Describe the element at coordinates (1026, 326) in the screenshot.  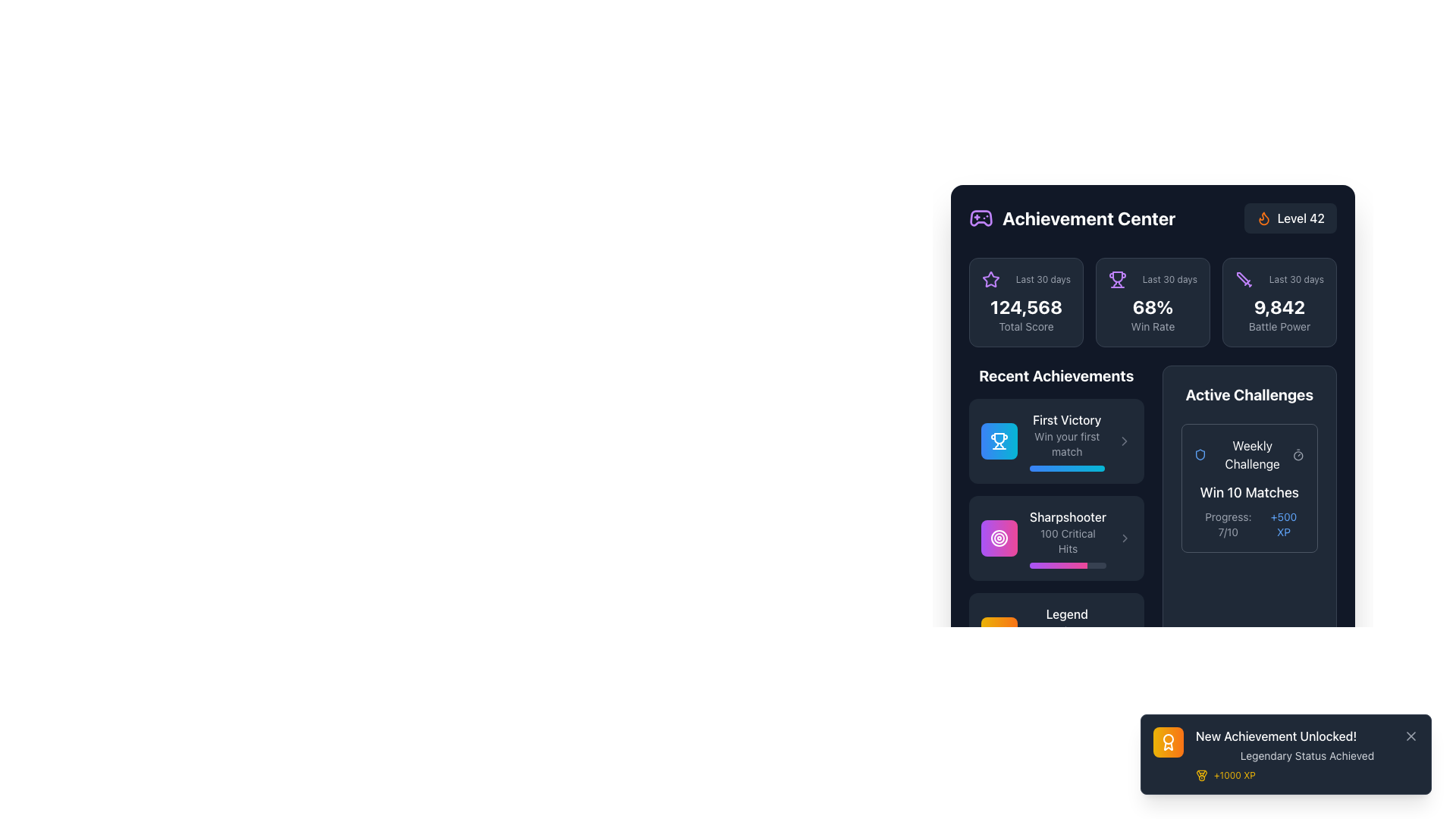
I see `the descriptive text label indicating 'Total Score' located below the numeric value '124,568' in the 'Achievement Center' section` at that location.